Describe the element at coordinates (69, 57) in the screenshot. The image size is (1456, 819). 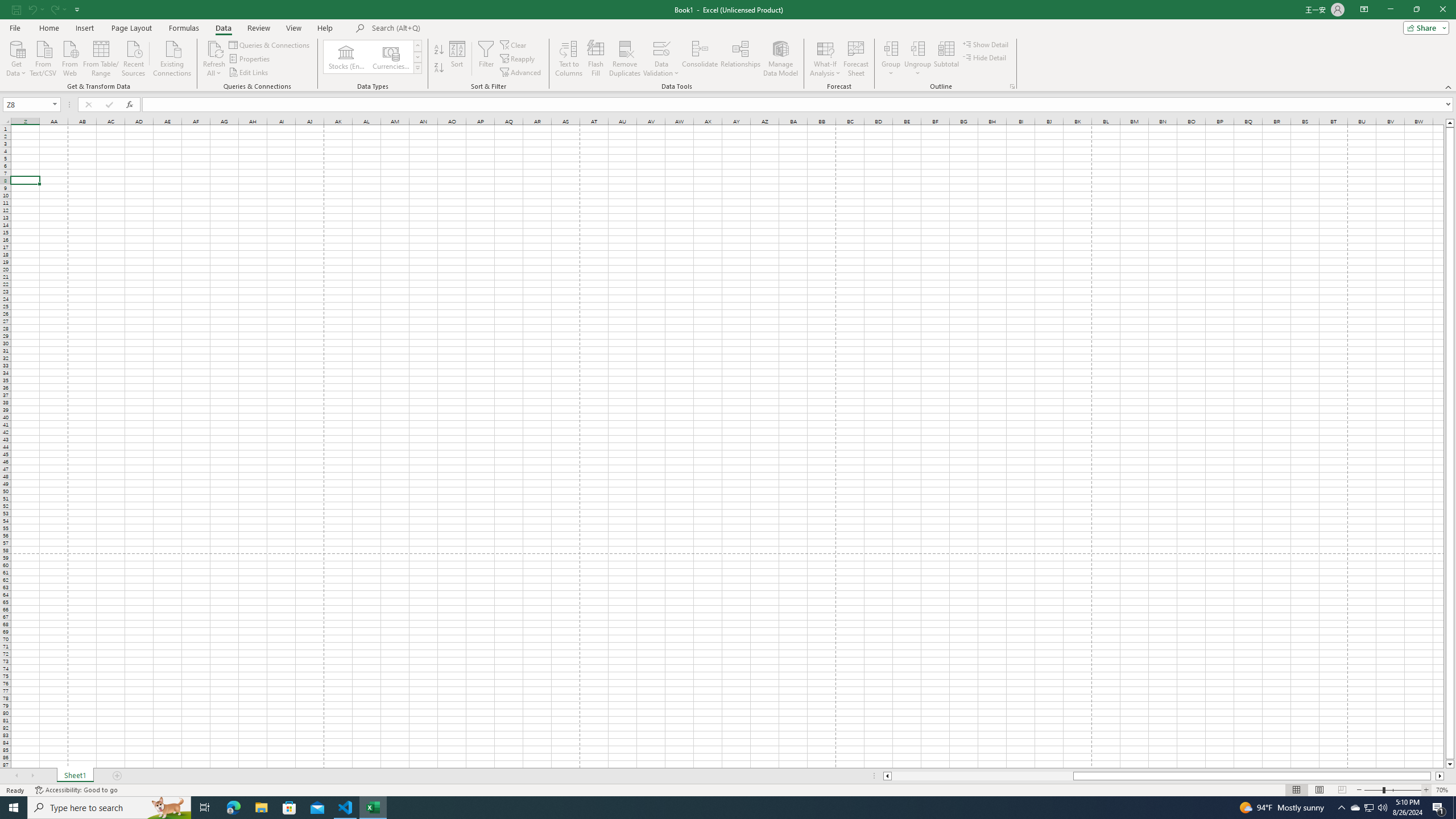
I see `'From Web'` at that location.